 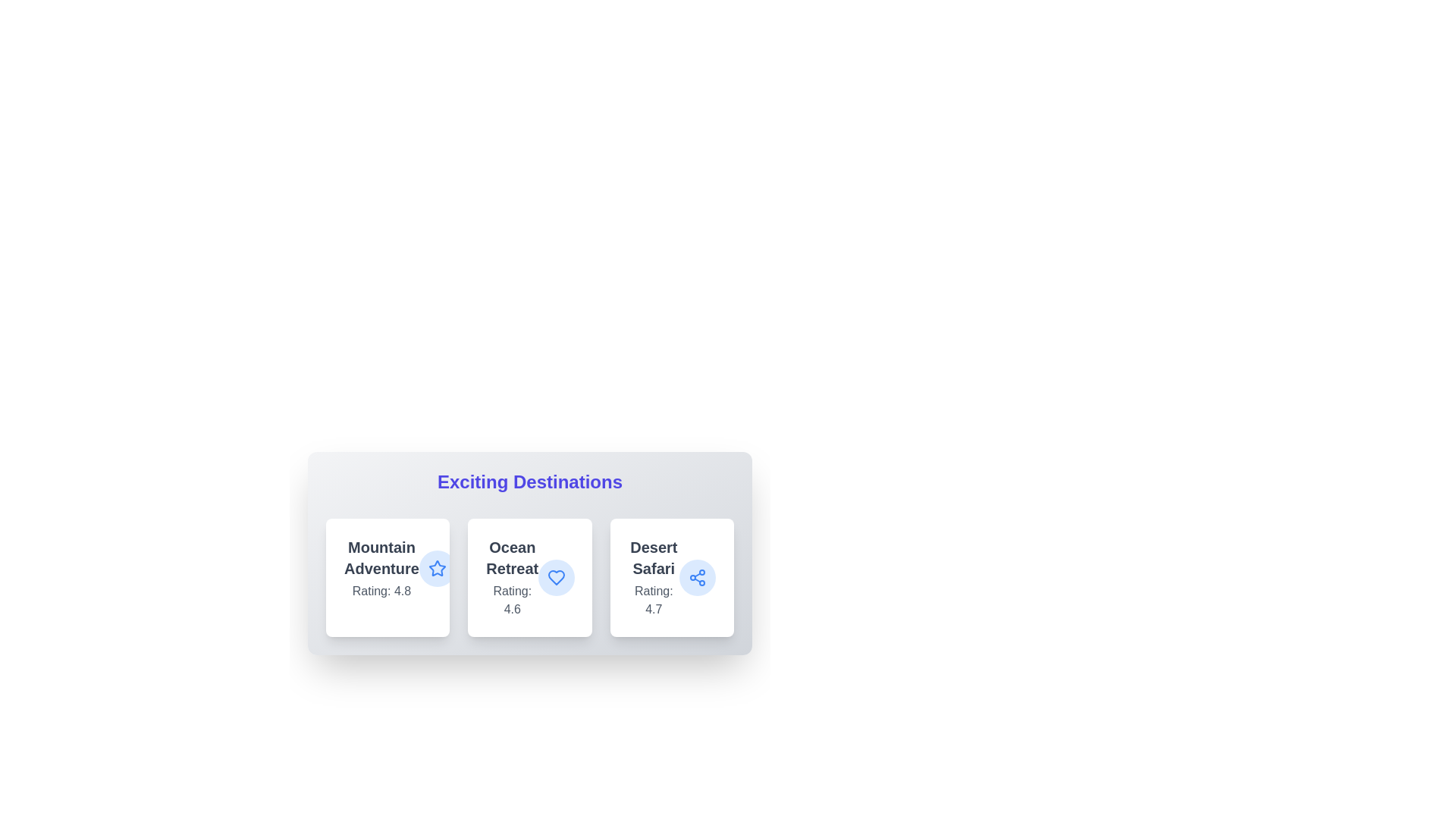 What do you see at coordinates (556, 578) in the screenshot?
I see `the icon of the card with title Ocean Retreat` at bounding box center [556, 578].